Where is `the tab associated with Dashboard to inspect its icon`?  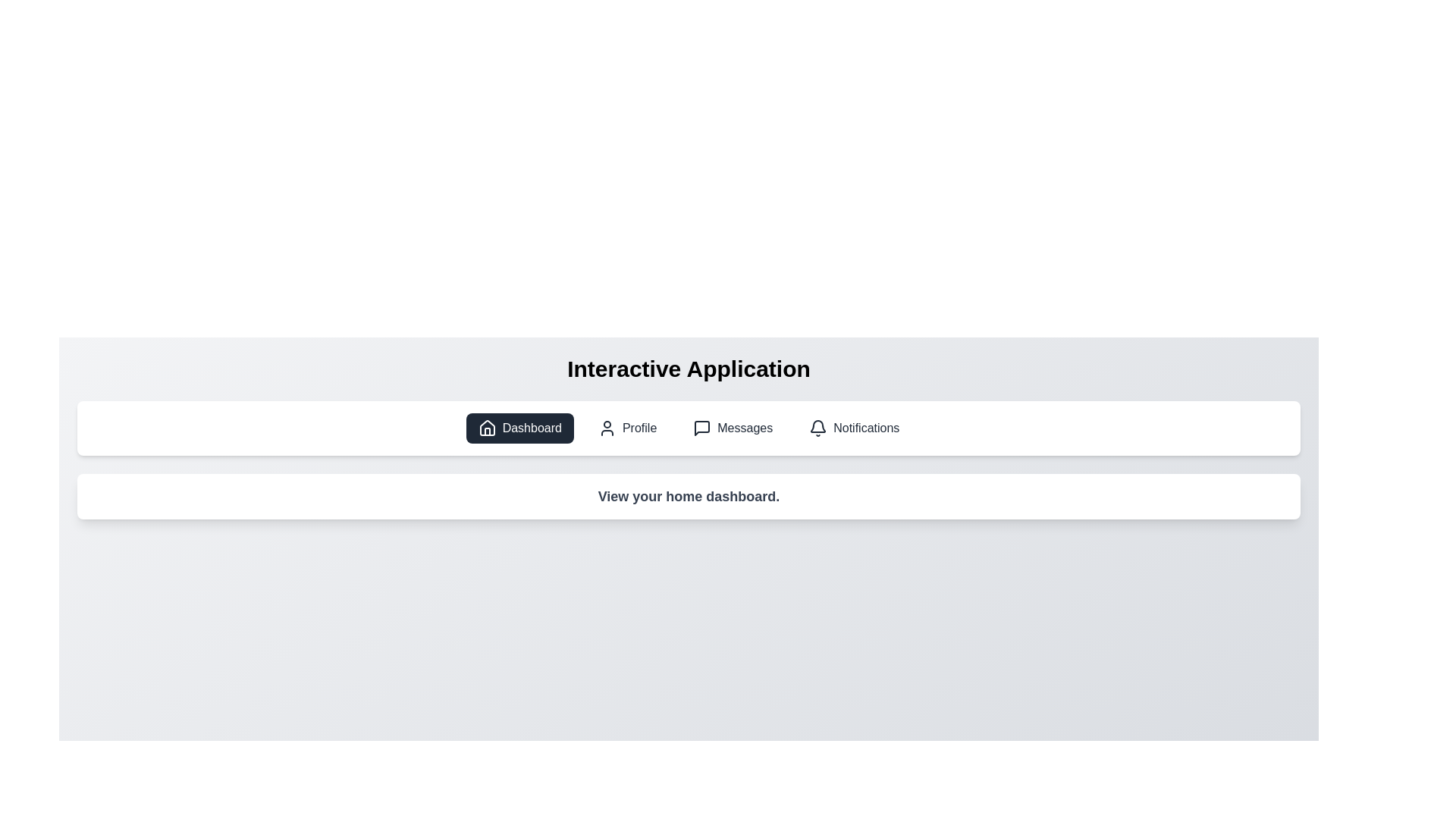 the tab associated with Dashboard to inspect its icon is located at coordinates (519, 428).